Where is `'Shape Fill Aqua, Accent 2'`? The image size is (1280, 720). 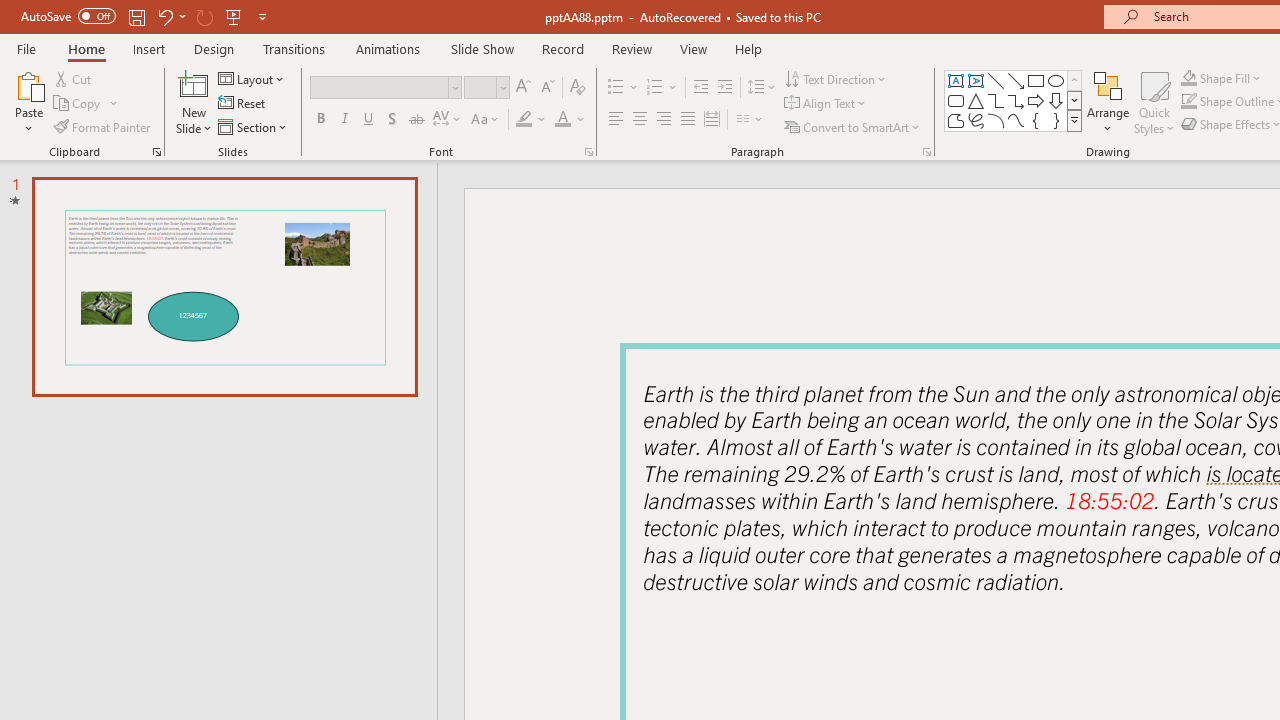
'Shape Fill Aqua, Accent 2' is located at coordinates (1189, 77).